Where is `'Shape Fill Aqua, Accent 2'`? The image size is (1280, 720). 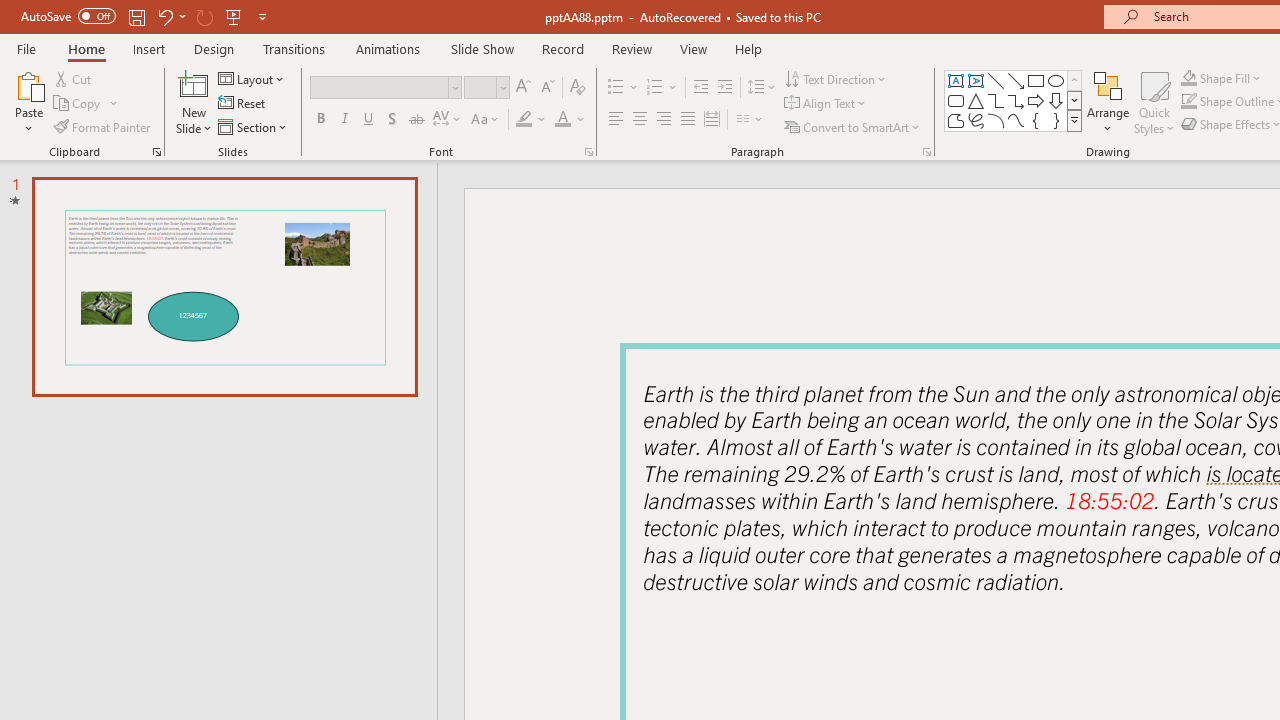
'Shape Fill Aqua, Accent 2' is located at coordinates (1189, 77).